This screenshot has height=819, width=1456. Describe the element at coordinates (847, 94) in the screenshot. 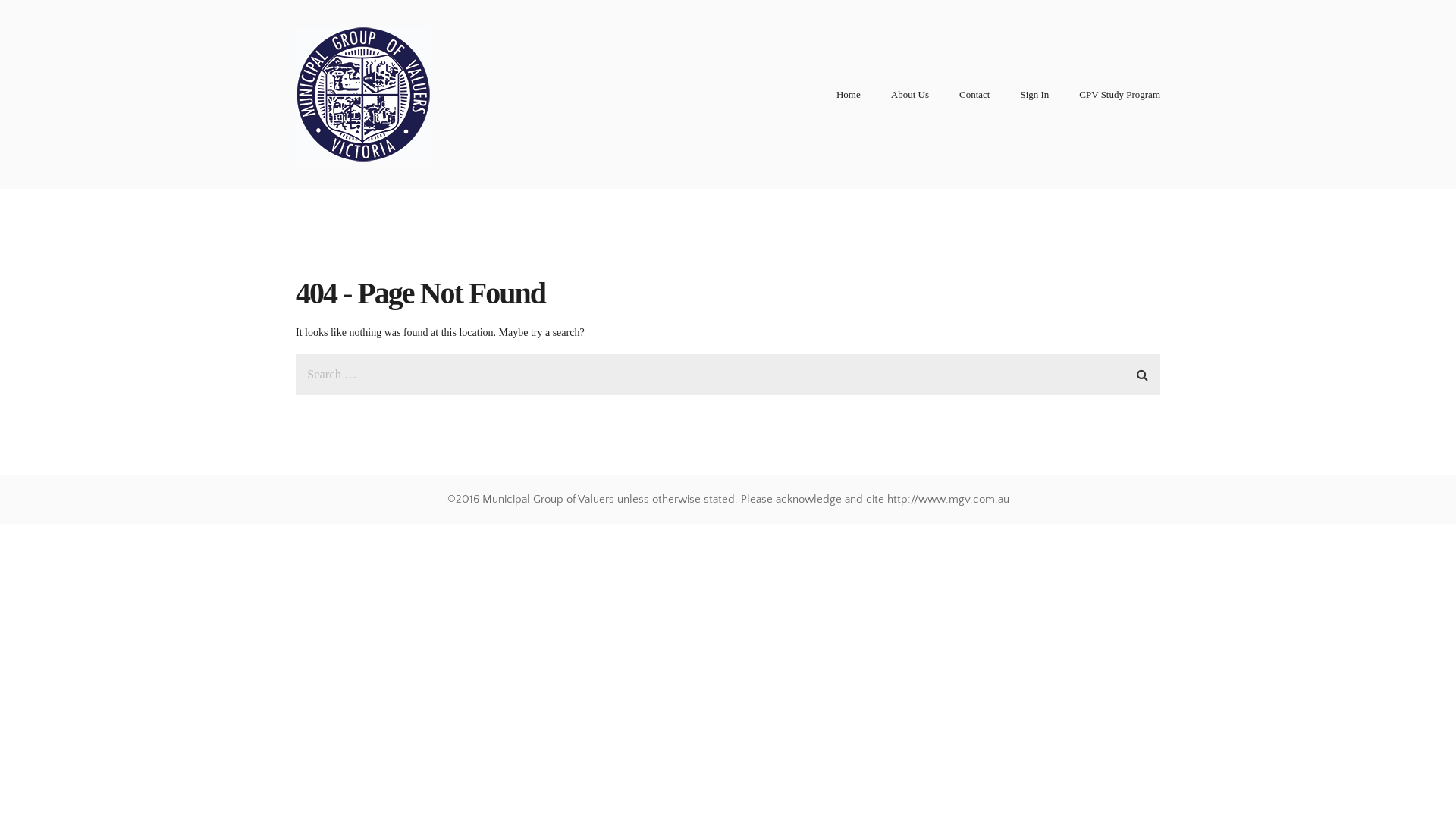

I see `'Home'` at that location.